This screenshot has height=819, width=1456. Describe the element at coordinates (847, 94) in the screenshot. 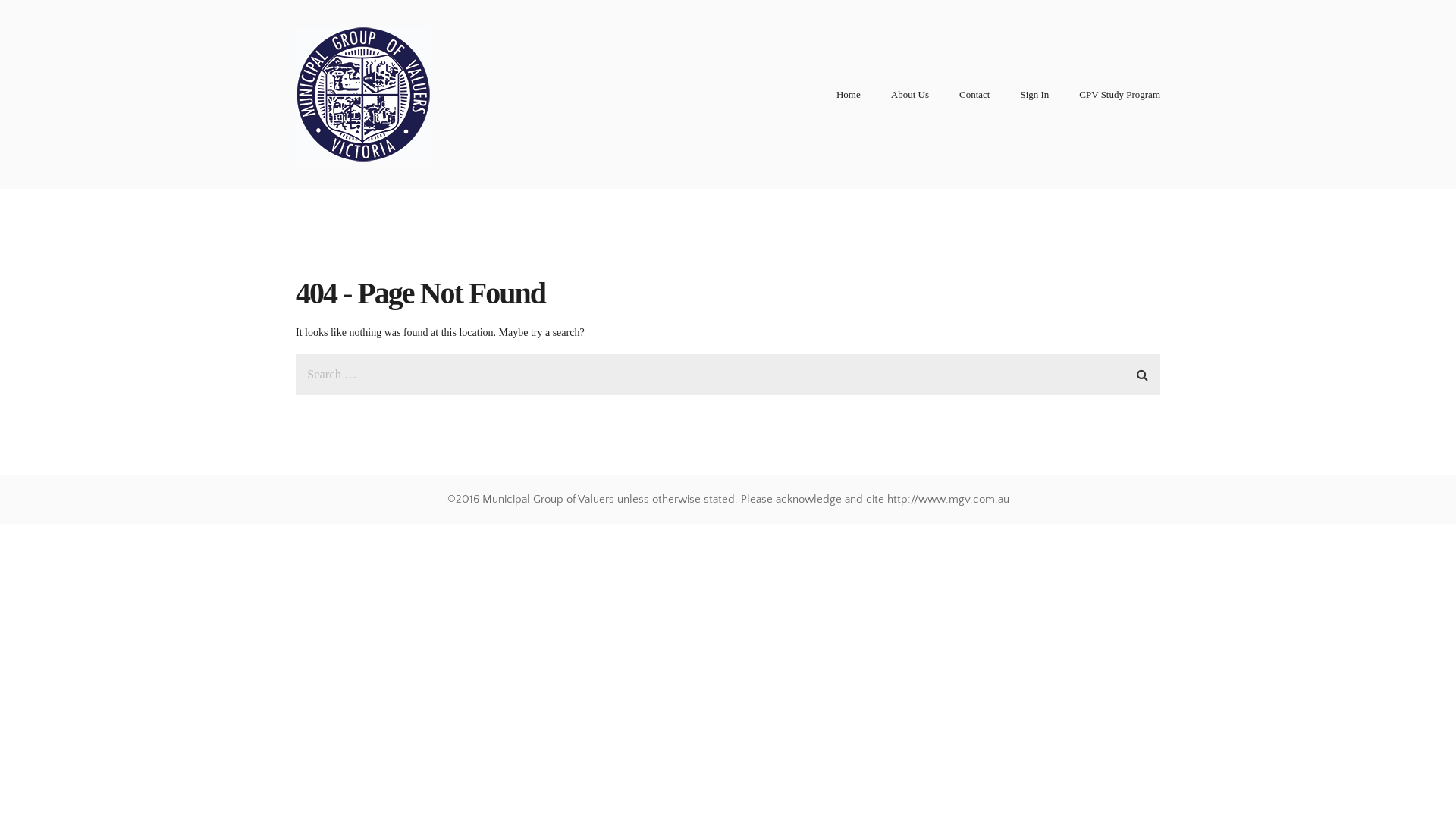

I see `'Home'` at that location.